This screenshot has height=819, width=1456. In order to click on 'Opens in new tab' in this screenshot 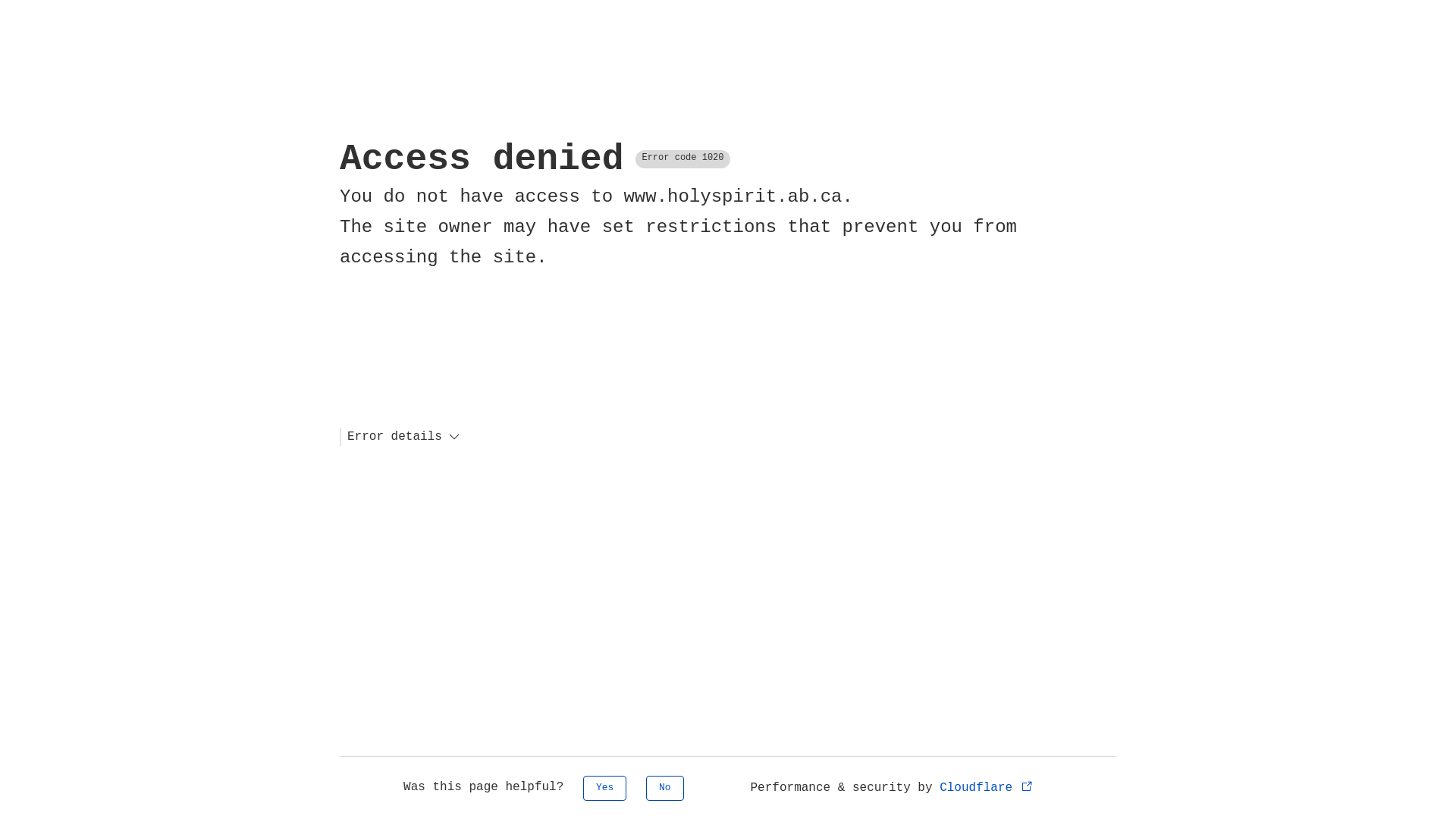, I will do `click(1027, 785)`.